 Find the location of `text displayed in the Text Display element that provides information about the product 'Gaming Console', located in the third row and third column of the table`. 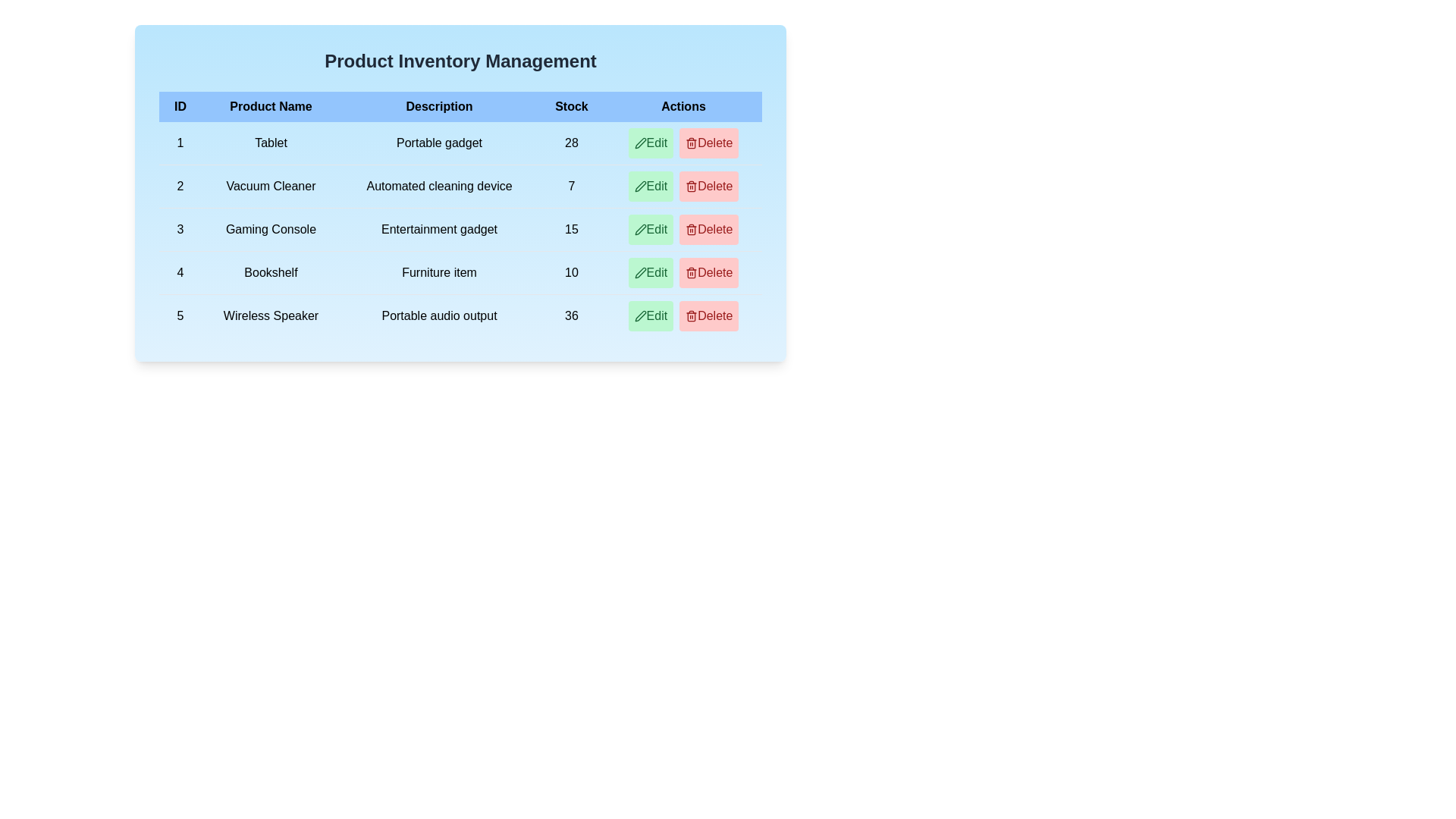

text displayed in the Text Display element that provides information about the product 'Gaming Console', located in the third row and third column of the table is located at coordinates (438, 230).